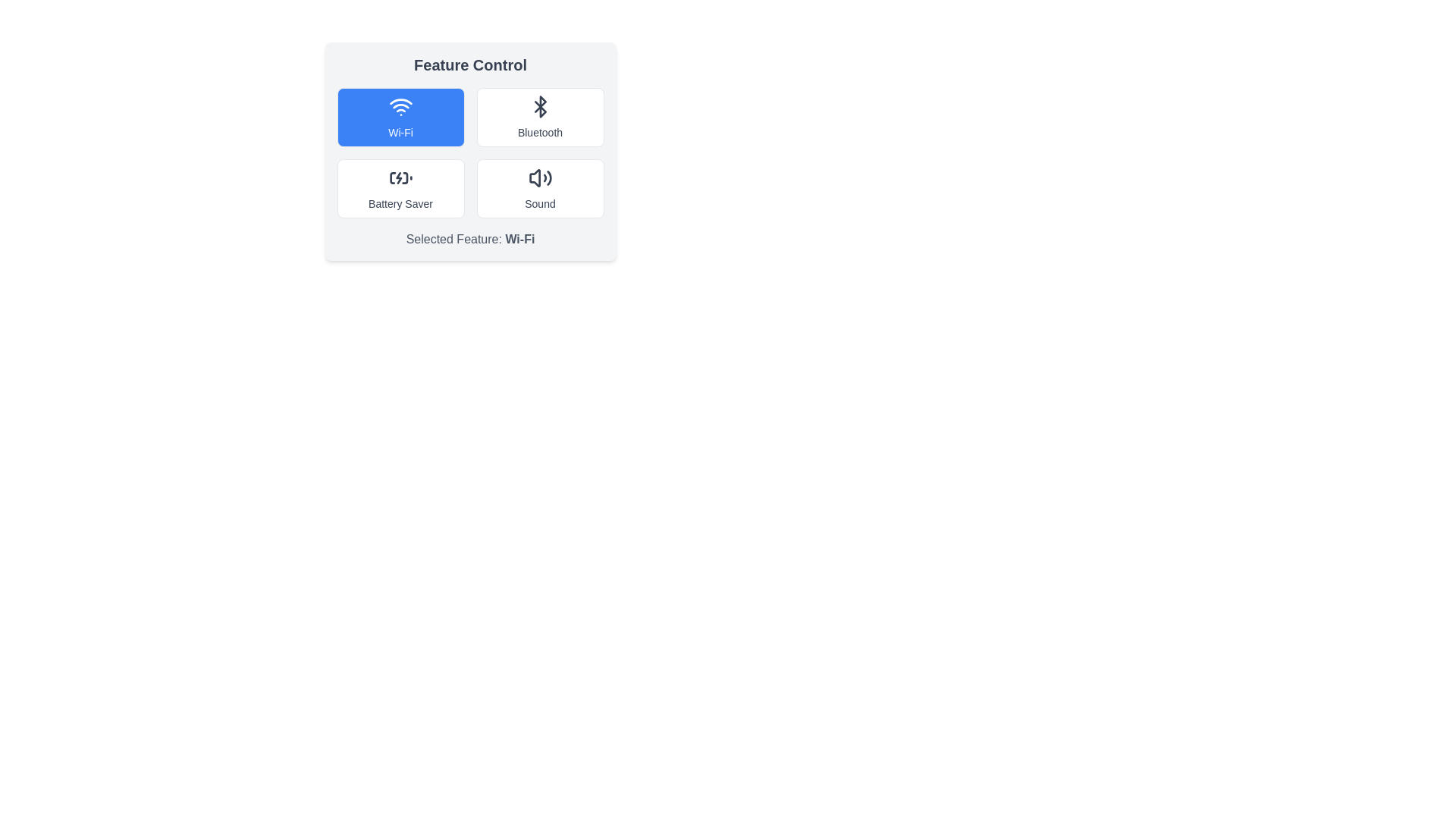 This screenshot has height=819, width=1456. What do you see at coordinates (400, 116) in the screenshot?
I see `the feature Wi-Fi by clicking on its corresponding button` at bounding box center [400, 116].